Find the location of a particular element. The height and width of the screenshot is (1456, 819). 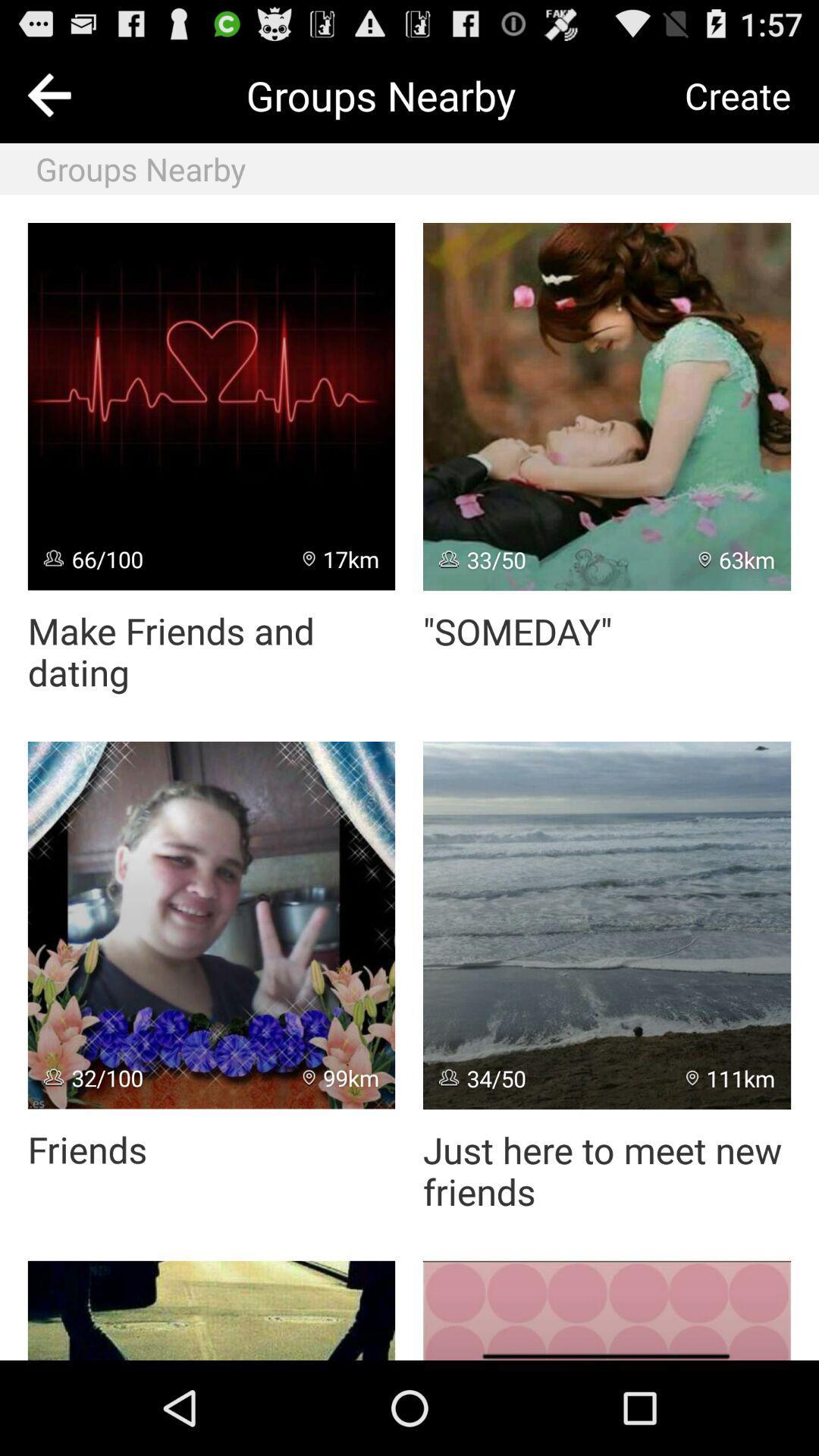

the 111km item is located at coordinates (730, 1077).